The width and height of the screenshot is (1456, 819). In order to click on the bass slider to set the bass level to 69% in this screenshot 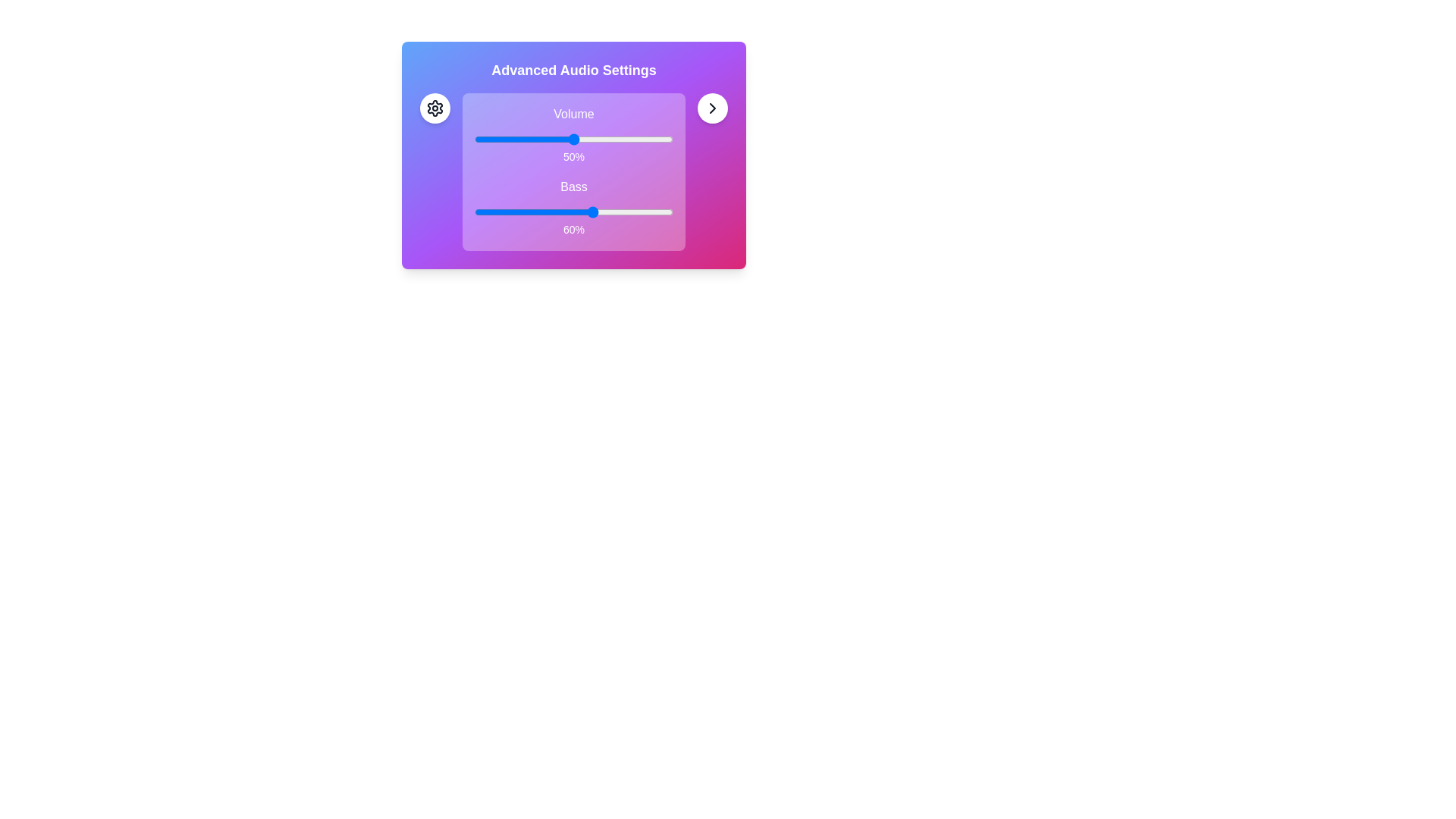, I will do `click(611, 212)`.